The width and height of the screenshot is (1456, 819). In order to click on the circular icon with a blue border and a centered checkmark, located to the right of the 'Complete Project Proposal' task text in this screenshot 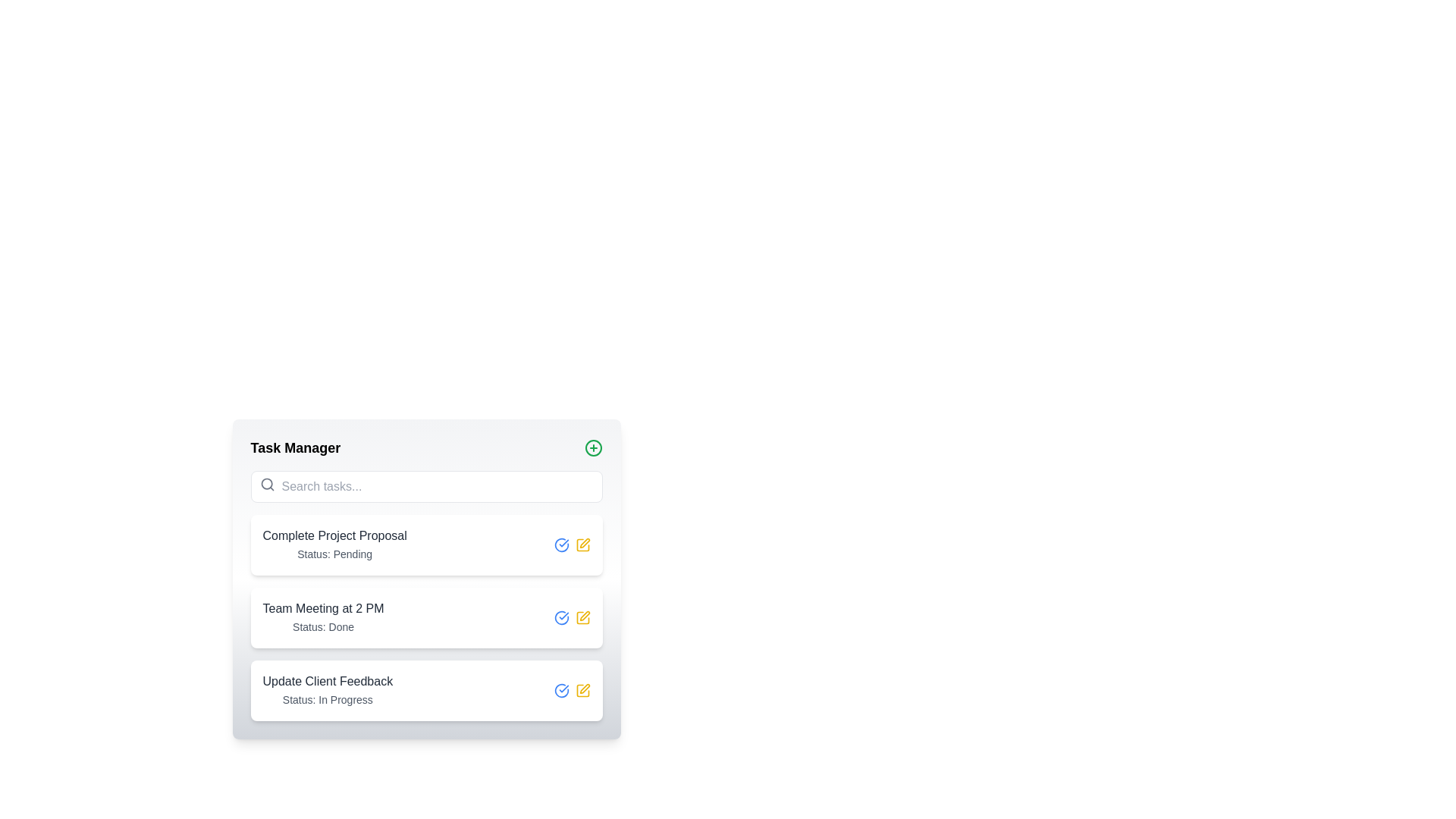, I will do `click(560, 544)`.